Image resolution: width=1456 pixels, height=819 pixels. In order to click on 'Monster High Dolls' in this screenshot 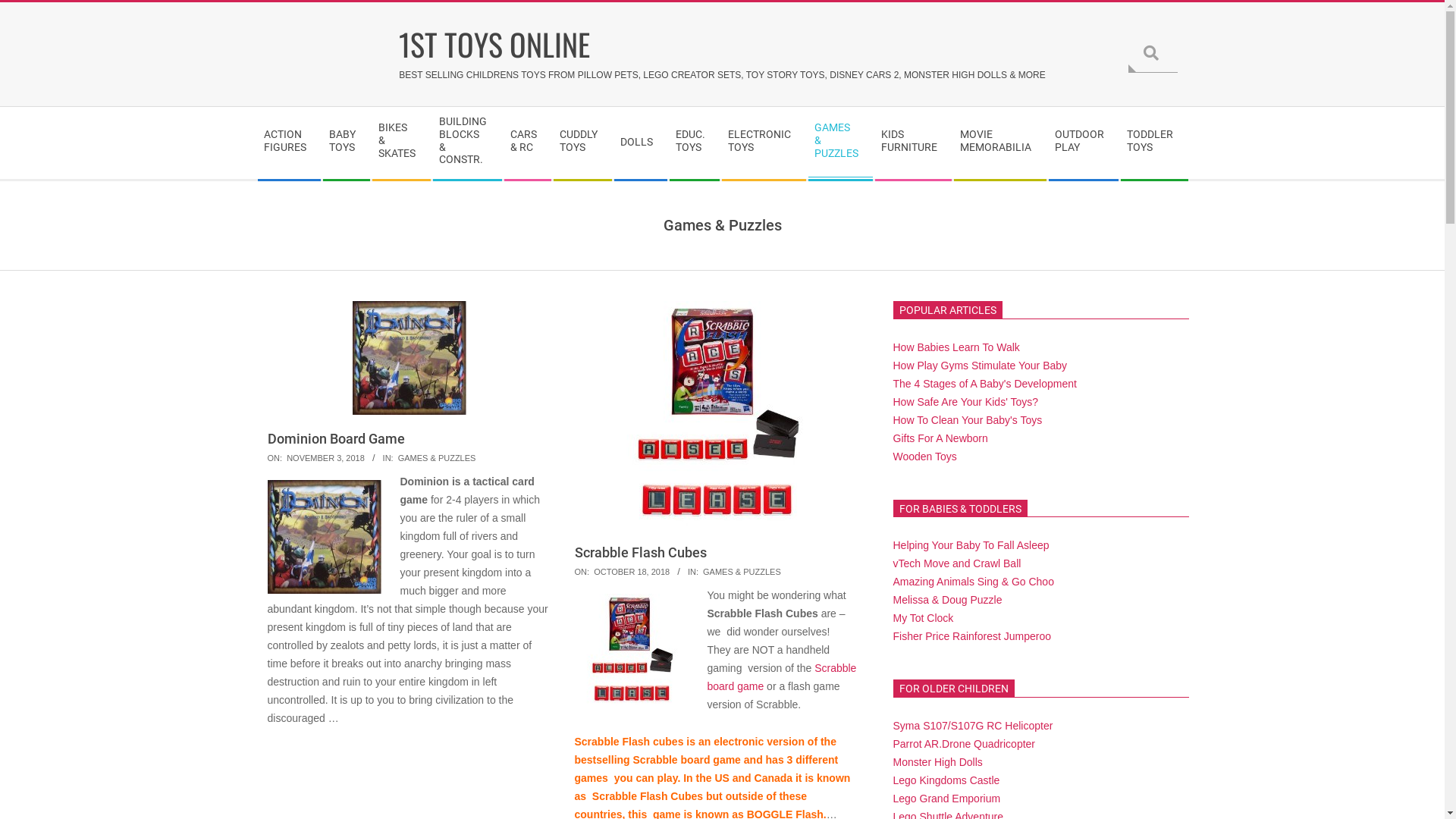, I will do `click(937, 762)`.